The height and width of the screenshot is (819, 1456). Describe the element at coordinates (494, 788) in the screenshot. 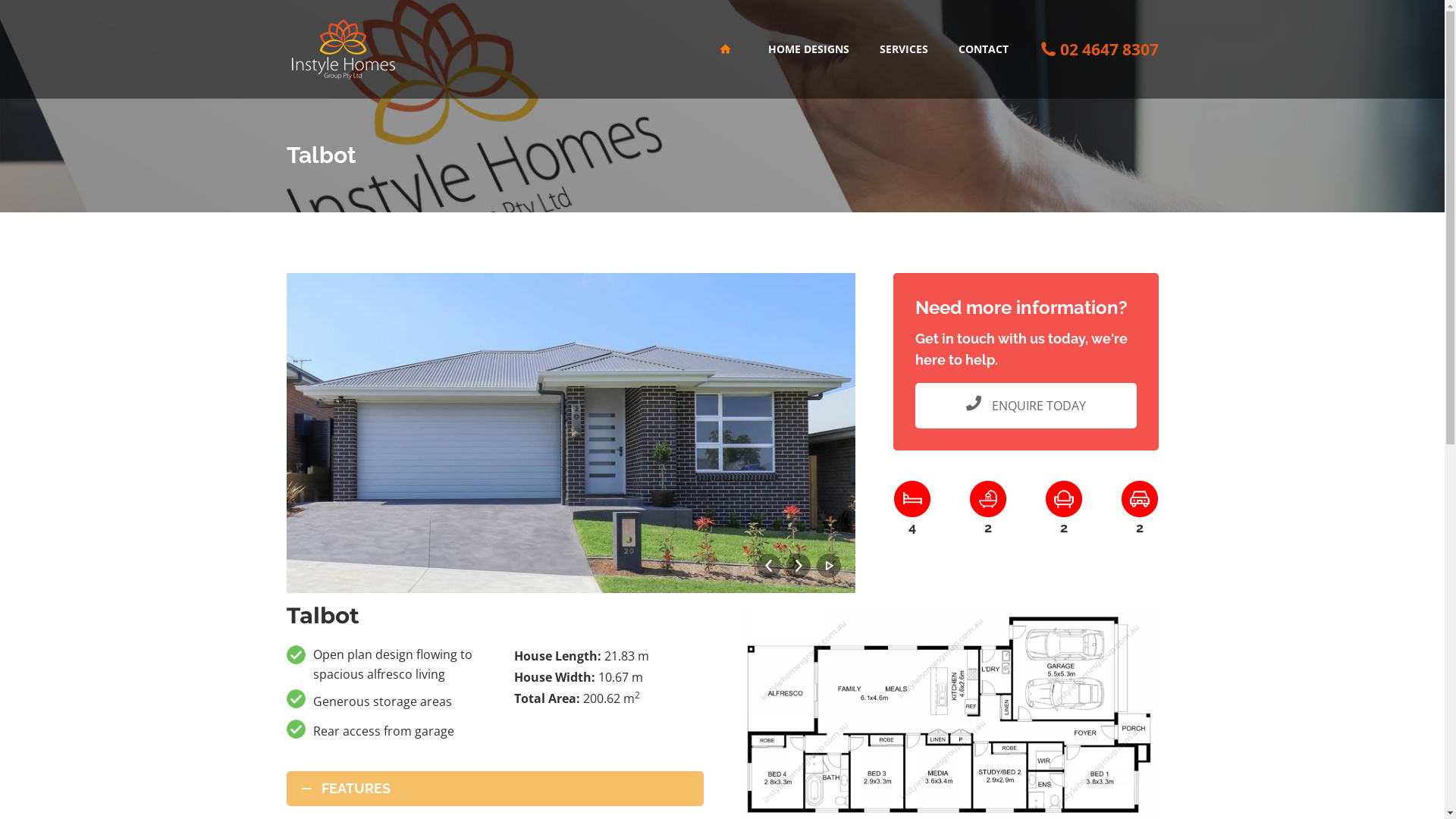

I see `'FEATURES'` at that location.